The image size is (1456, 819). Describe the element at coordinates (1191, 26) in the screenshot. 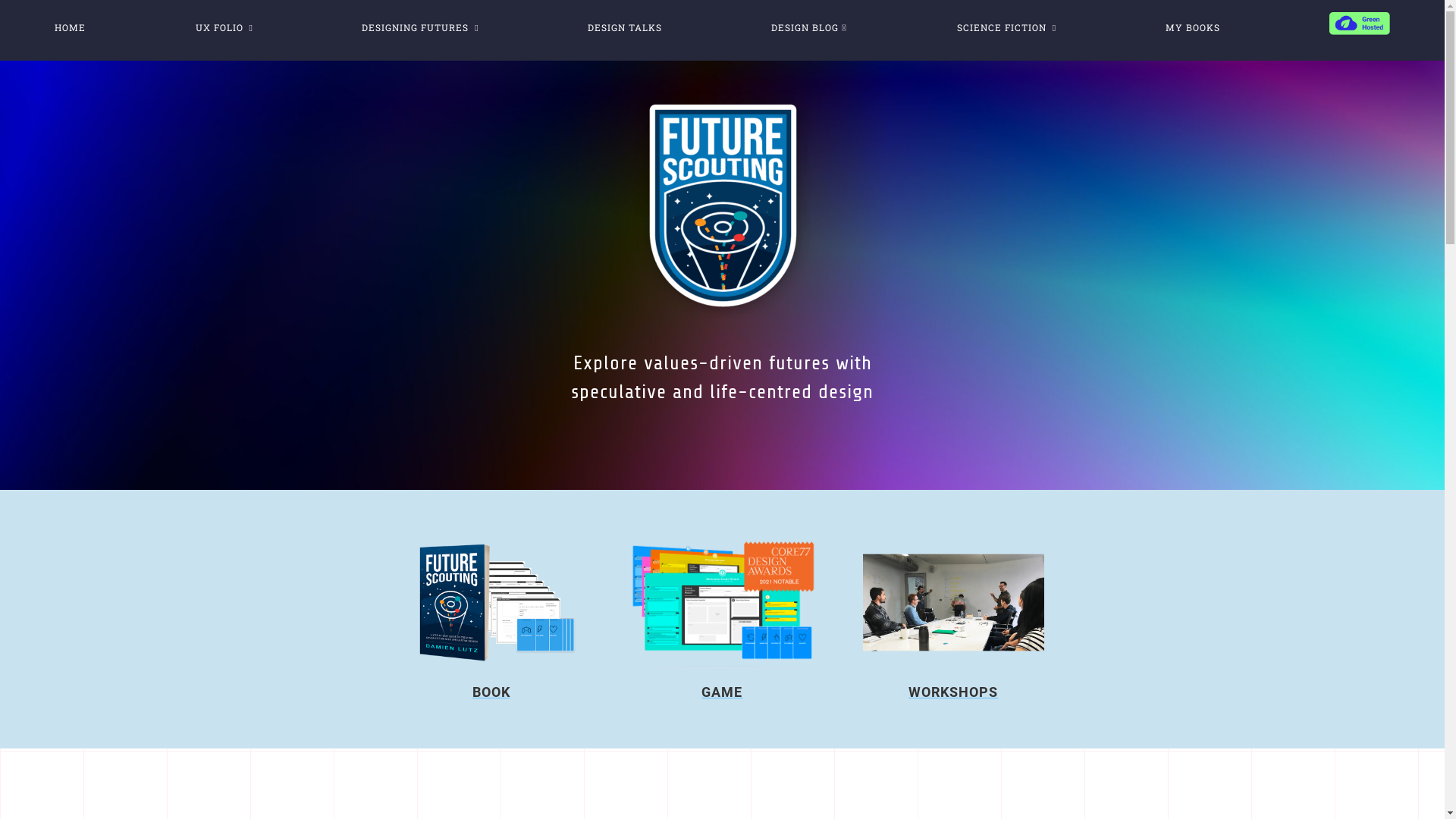

I see `'MY BOOKS'` at that location.